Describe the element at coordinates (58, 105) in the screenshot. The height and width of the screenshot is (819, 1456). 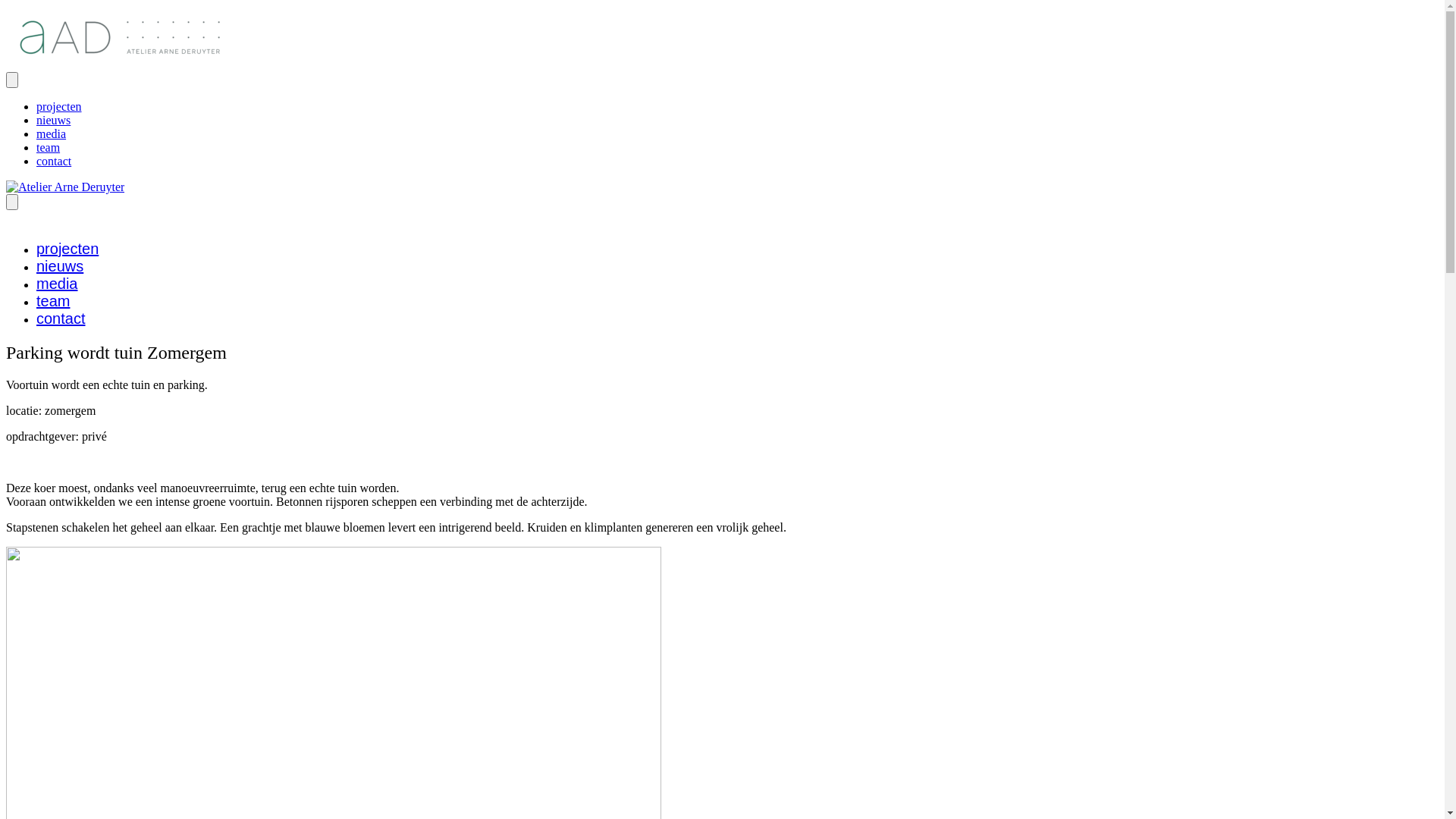
I see `'projecten'` at that location.